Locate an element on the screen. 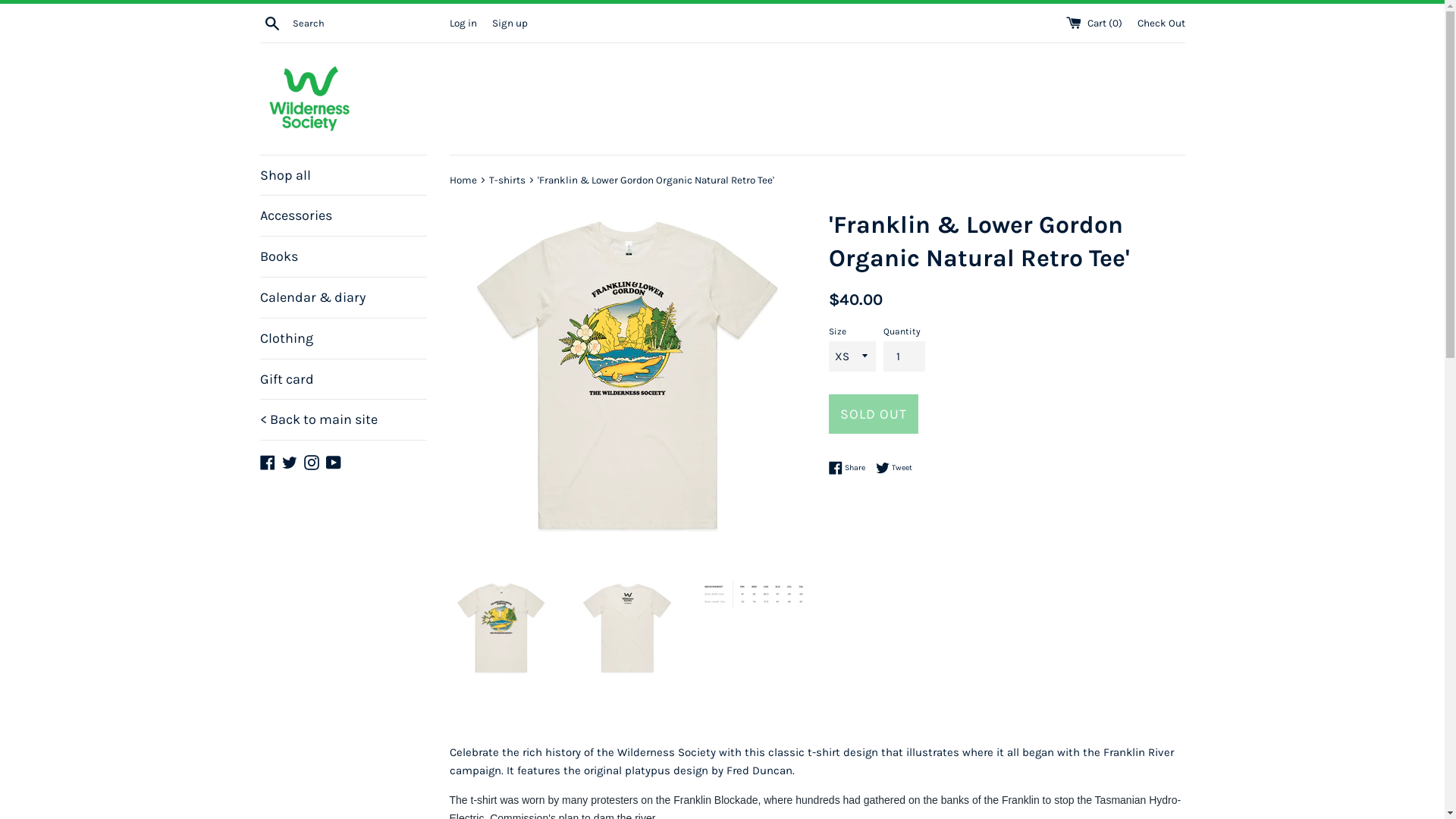 The image size is (1456, 819). 'Books' is located at coordinates (341, 256).